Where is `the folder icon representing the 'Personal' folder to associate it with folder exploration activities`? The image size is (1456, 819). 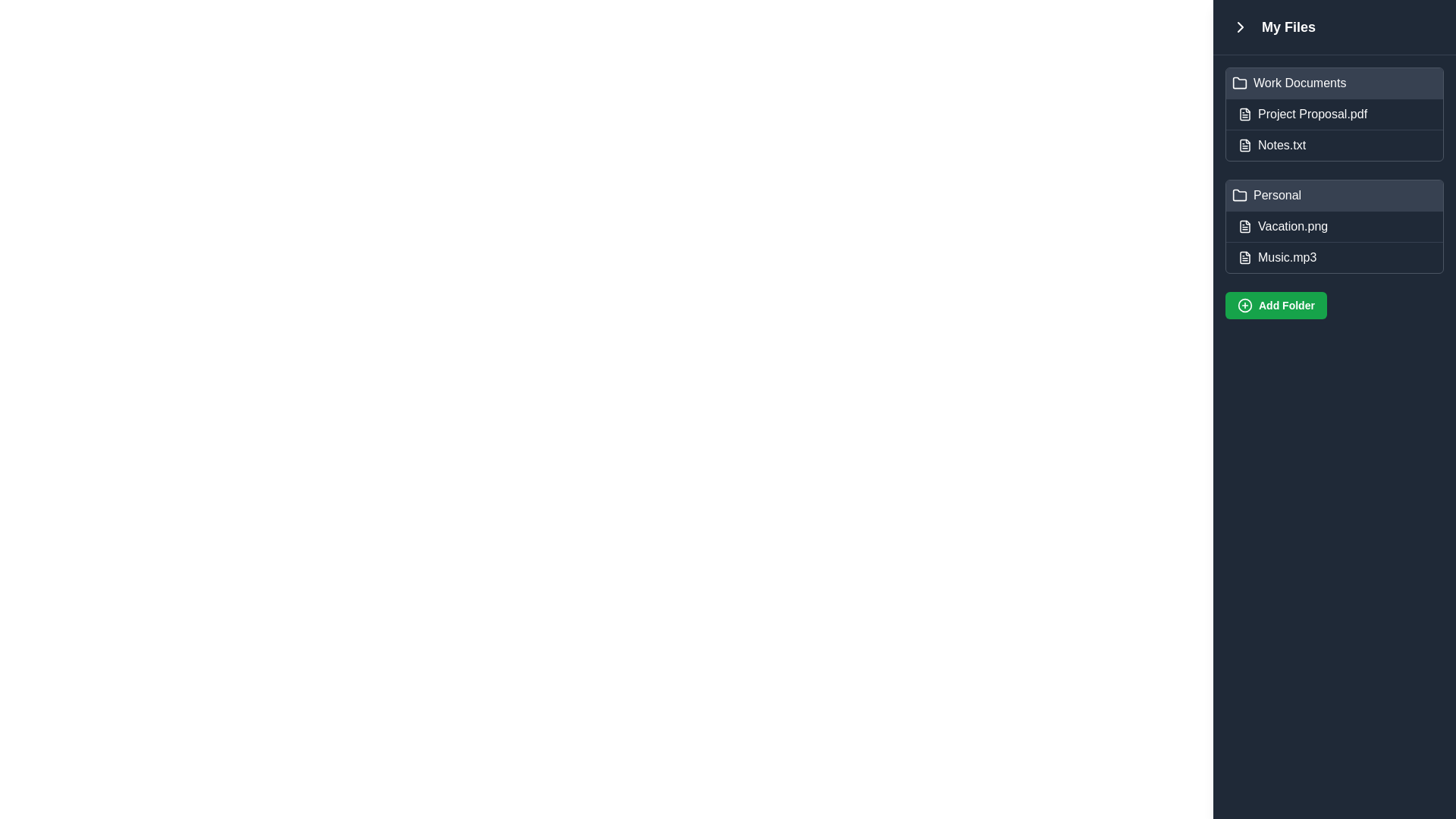 the folder icon representing the 'Personal' folder to associate it with folder exploration activities is located at coordinates (1240, 194).